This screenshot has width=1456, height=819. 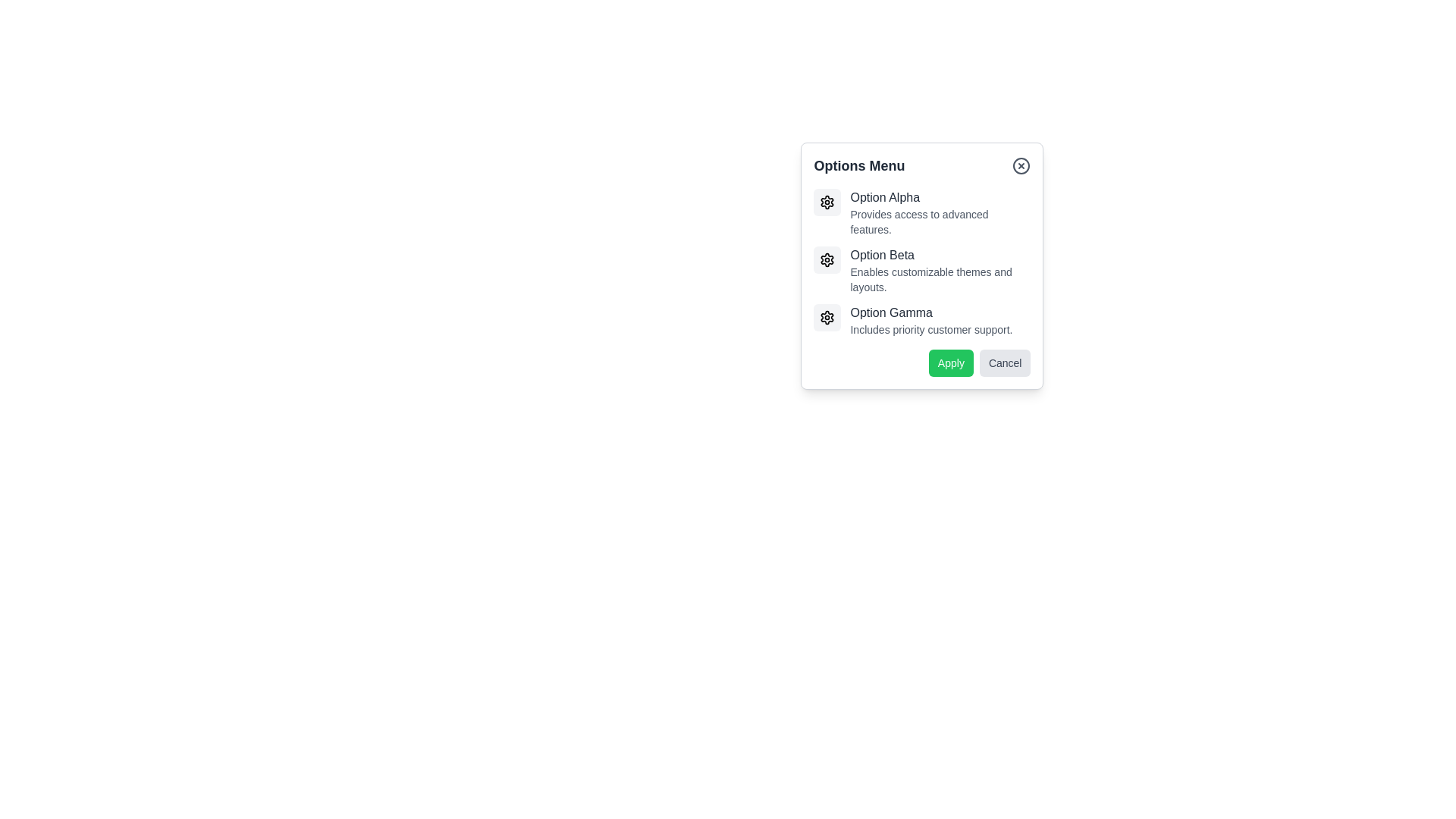 I want to click on description of the List item with an icon and text that allows users to enable customizable themes and layouts, located in the 'Options Menu' modal, directly below 'Option Alpha', so click(x=921, y=270).